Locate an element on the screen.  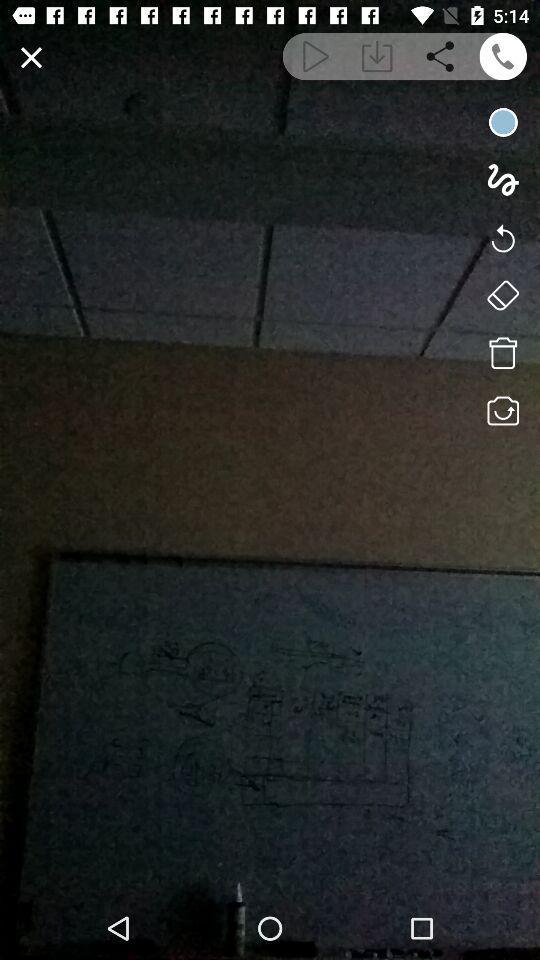
free high-quality video voice and group calling app for everyone simple reliable secure and fun is located at coordinates (502, 55).